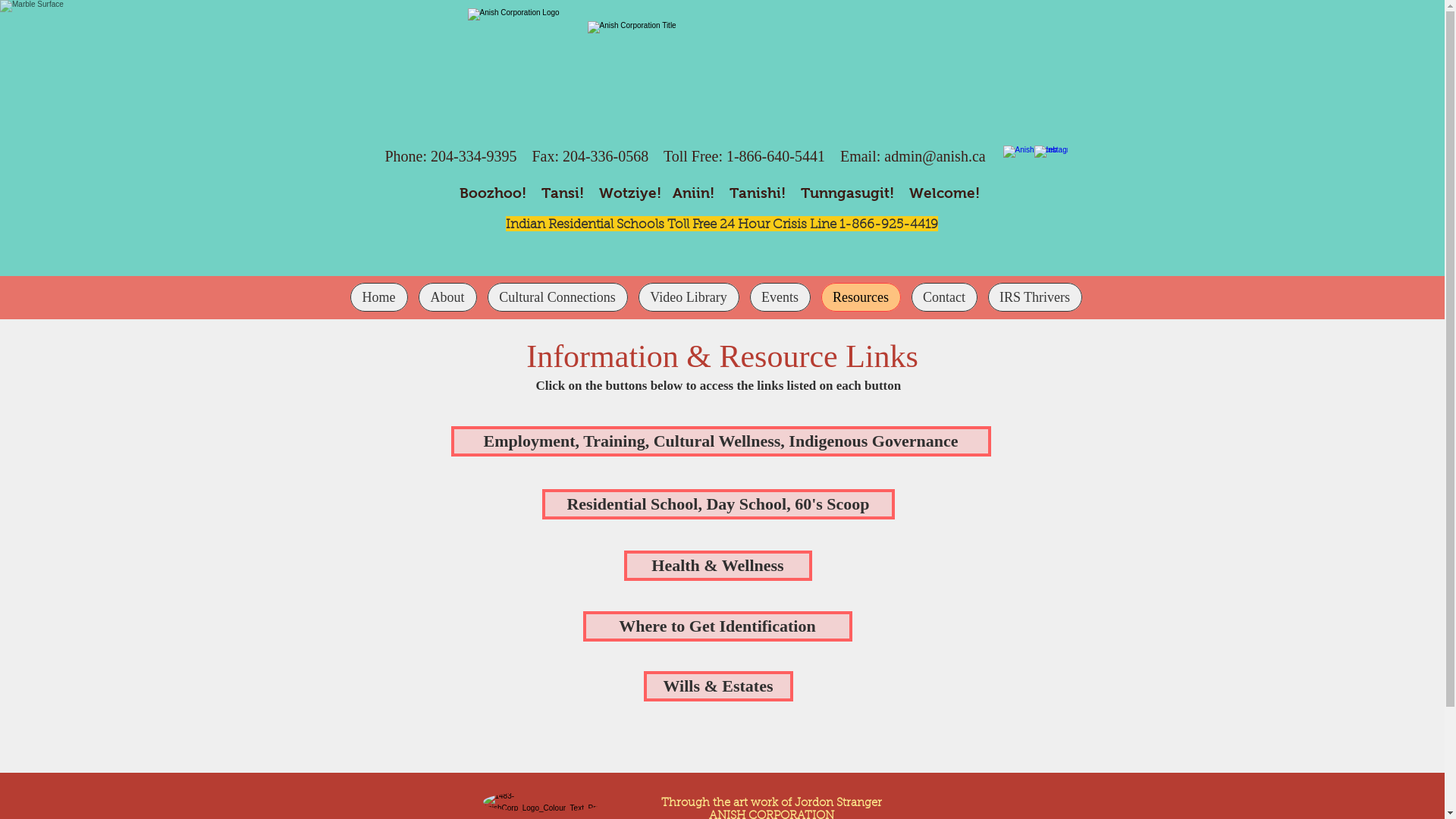 Image resolution: width=1456 pixels, height=819 pixels. Describe the element at coordinates (987, 297) in the screenshot. I see `'IRS Thrivers'` at that location.